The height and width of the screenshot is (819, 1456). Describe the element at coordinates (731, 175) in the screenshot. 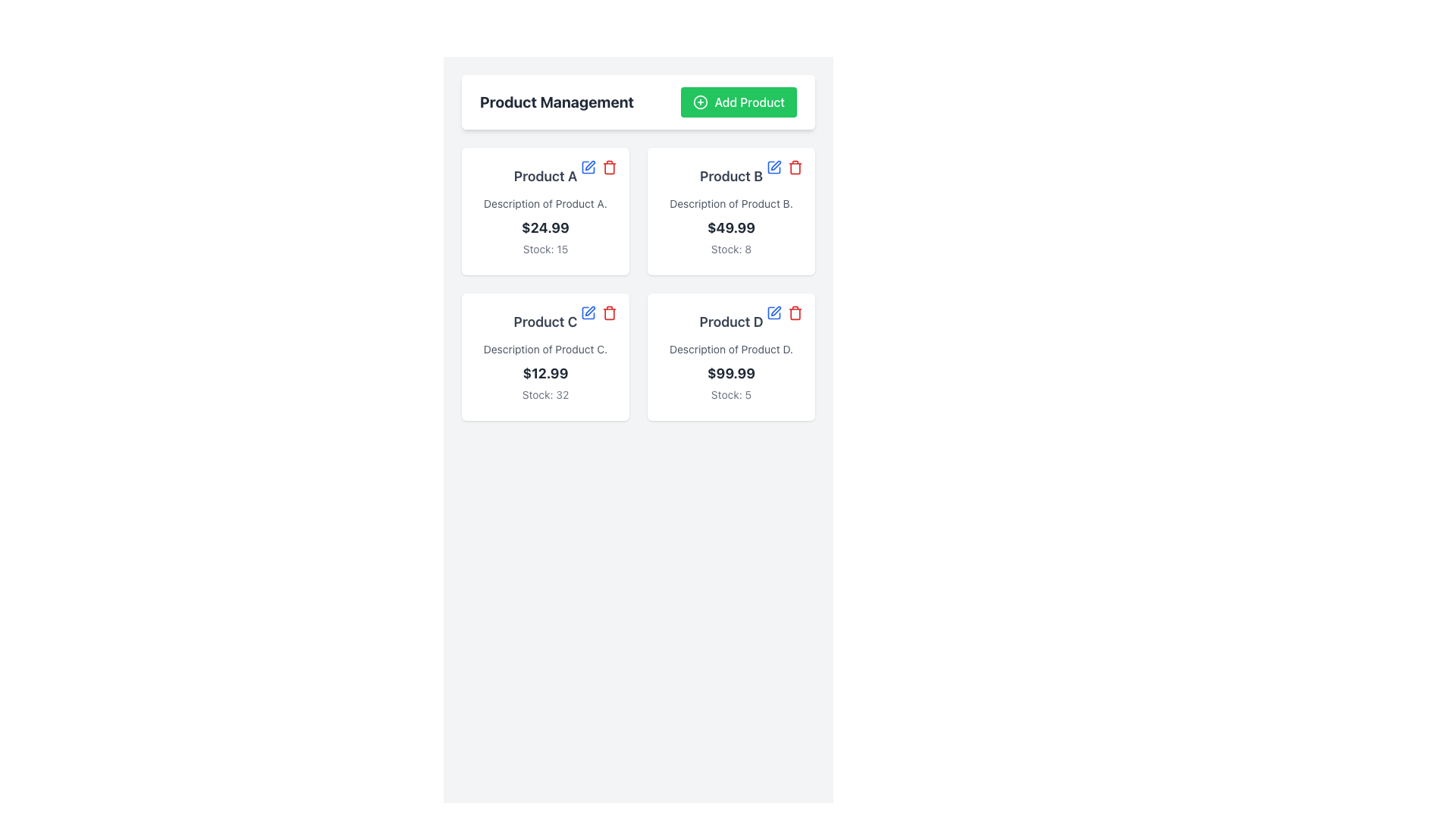

I see `text heading styled in a larger font, bolded and colored medium gray that reads 'Product B', located prominently as the title within the card interface in the upper right quadrant of the four-card grid layout` at that location.